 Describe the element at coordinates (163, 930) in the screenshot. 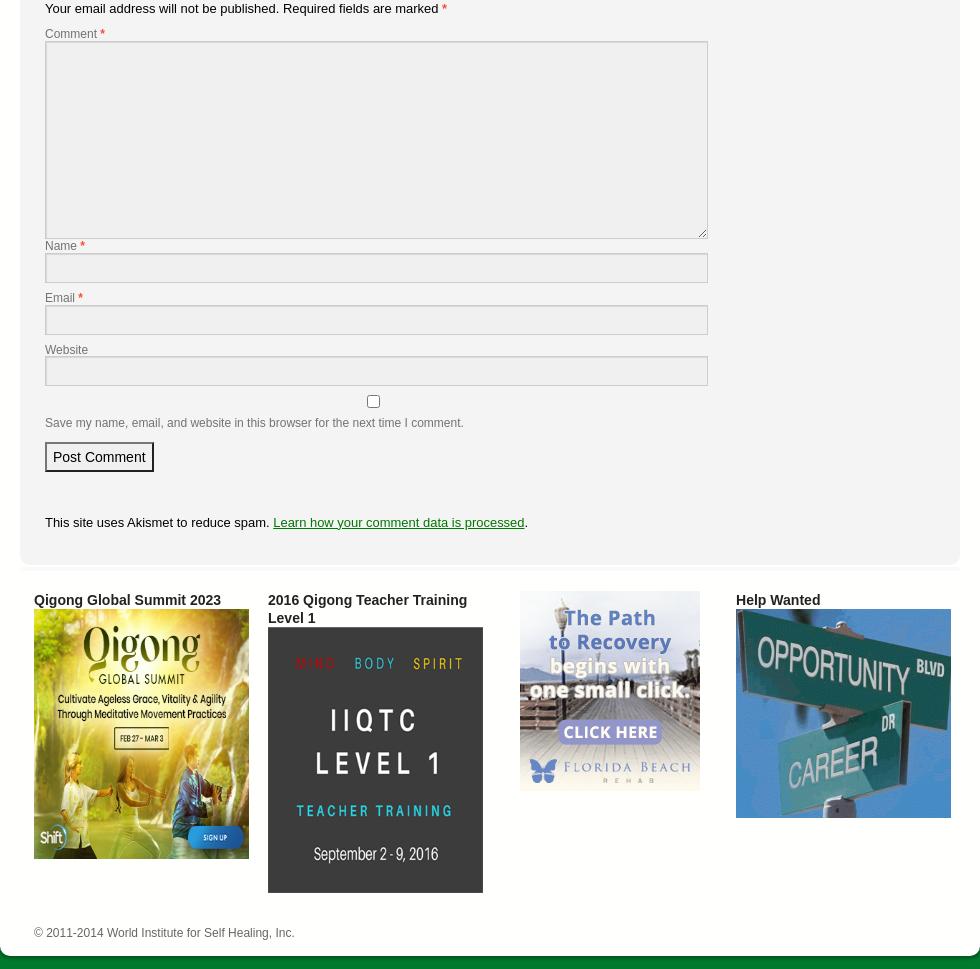

I see `'© 2011-2014 World Institute for Self Healing, Inc.'` at that location.